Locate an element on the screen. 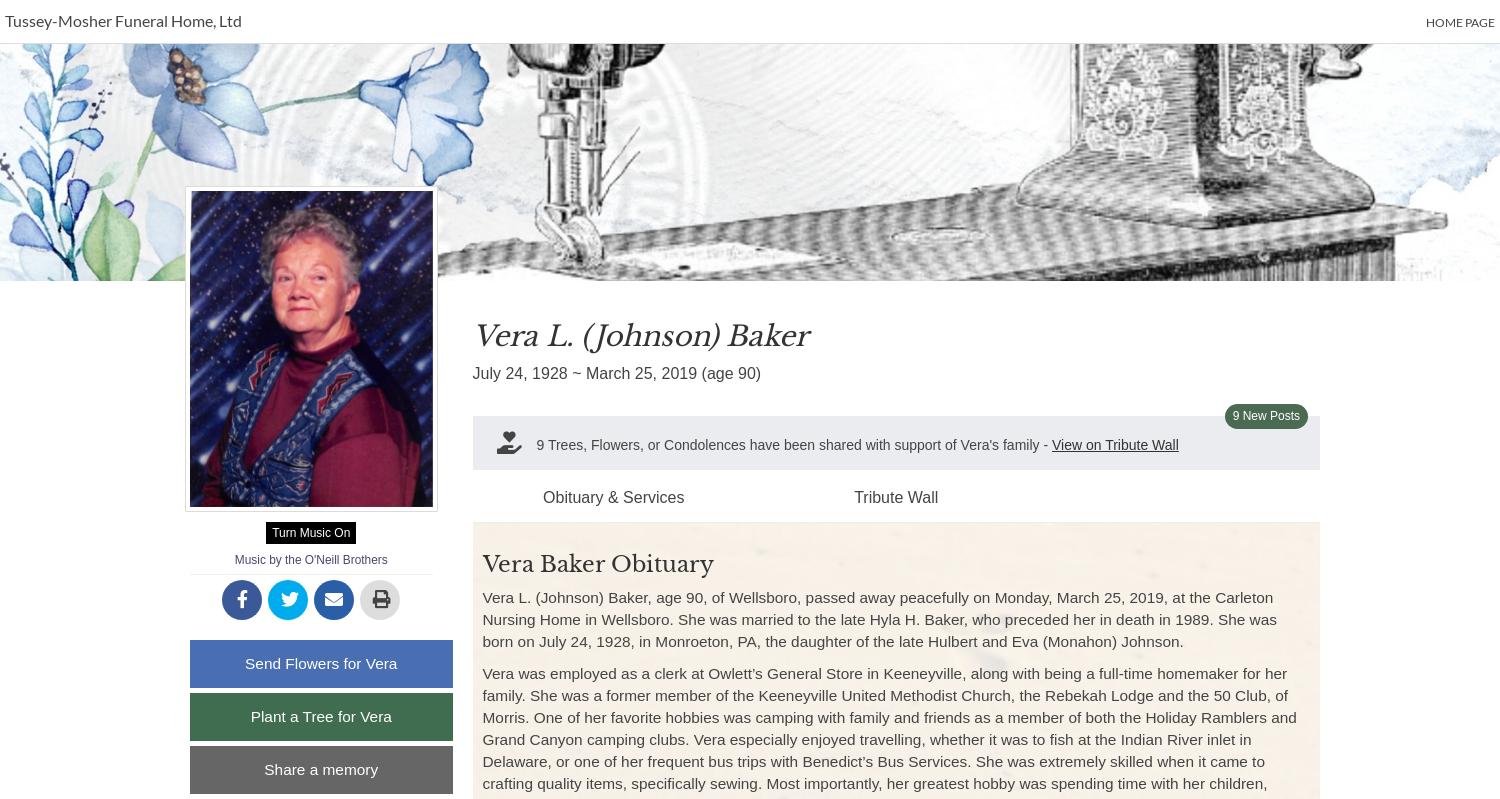 Image resolution: width=1500 pixels, height=799 pixels. '9 Trees, Flowers, or Condolences have been shared with support of Vera's family -' is located at coordinates (793, 444).